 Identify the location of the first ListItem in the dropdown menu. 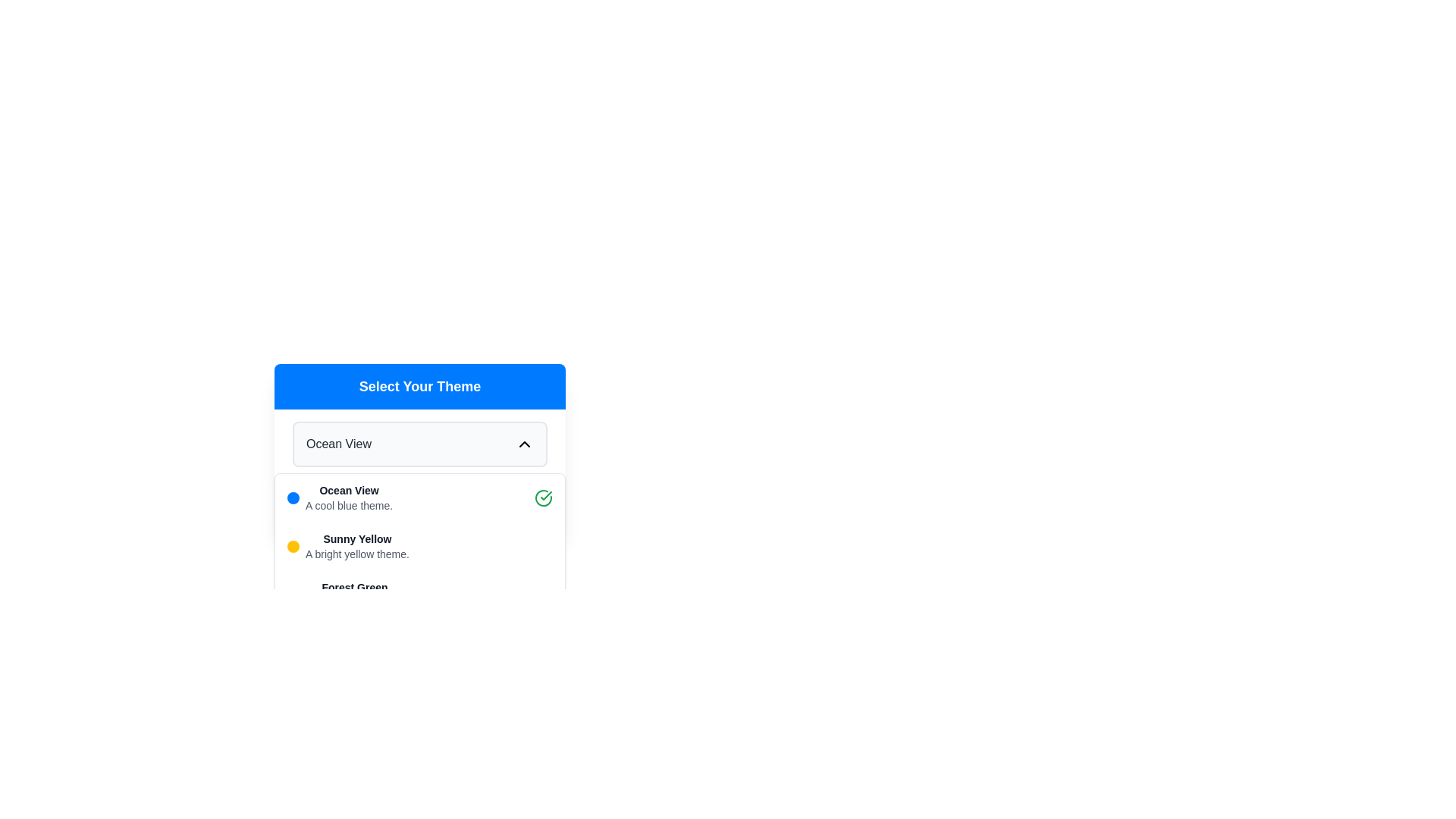
(419, 497).